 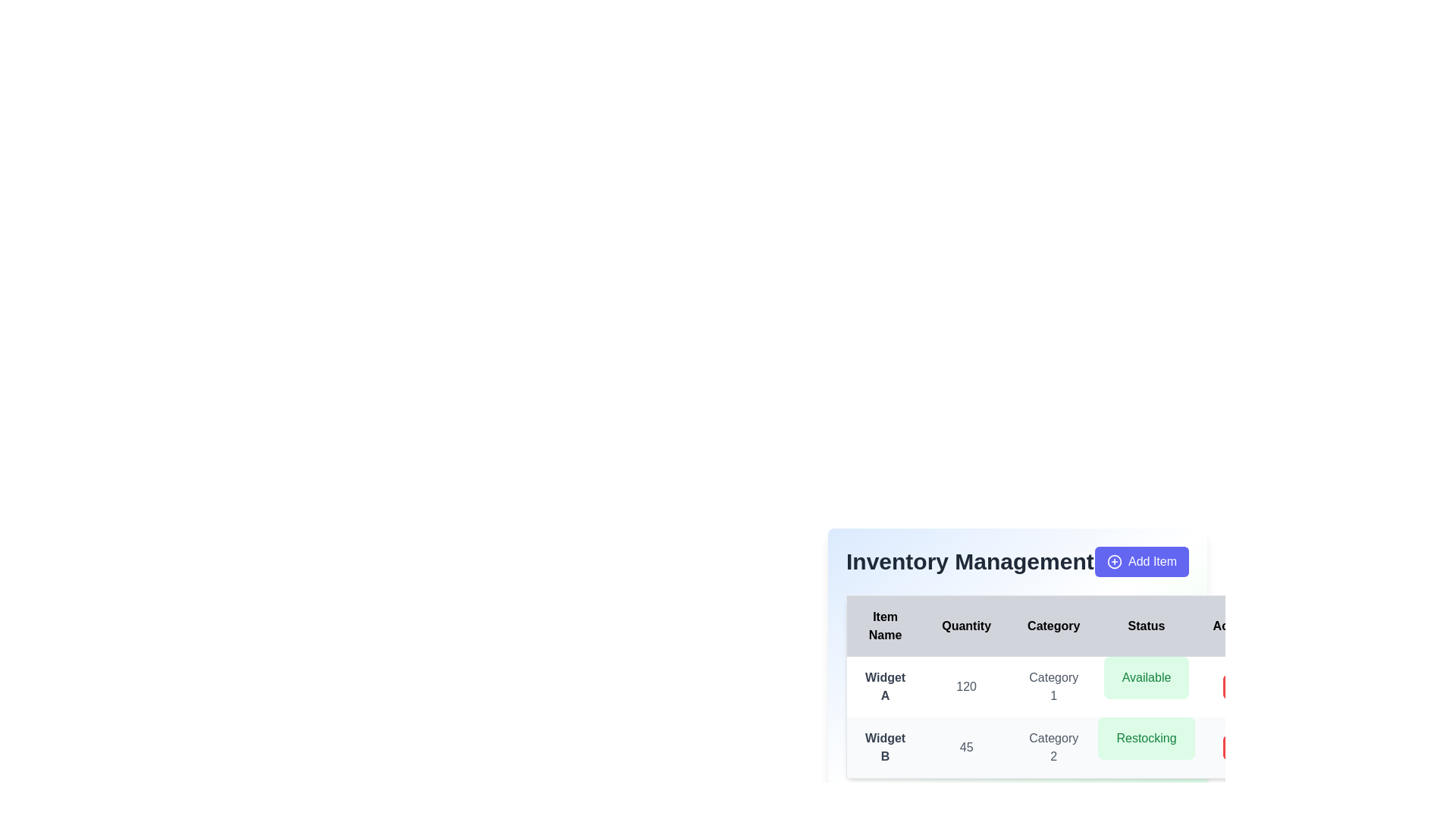 What do you see at coordinates (1235, 747) in the screenshot?
I see `the delete button located in the 'Actions' column of the row for 'Widget B' in the inventory management table, which is represented by a red color and trash icon` at bounding box center [1235, 747].